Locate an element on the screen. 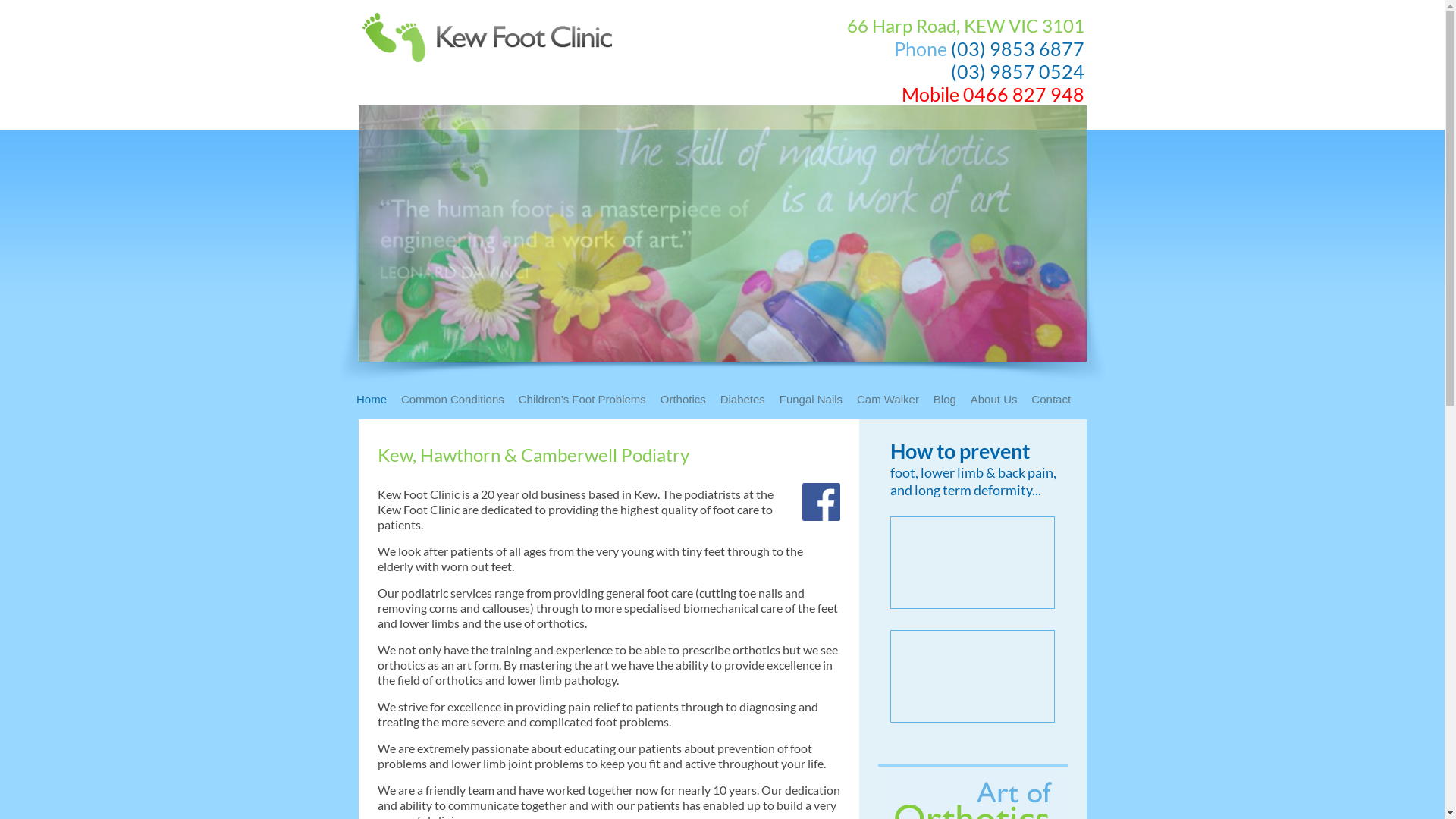  'Contact' is located at coordinates (1056, 403).